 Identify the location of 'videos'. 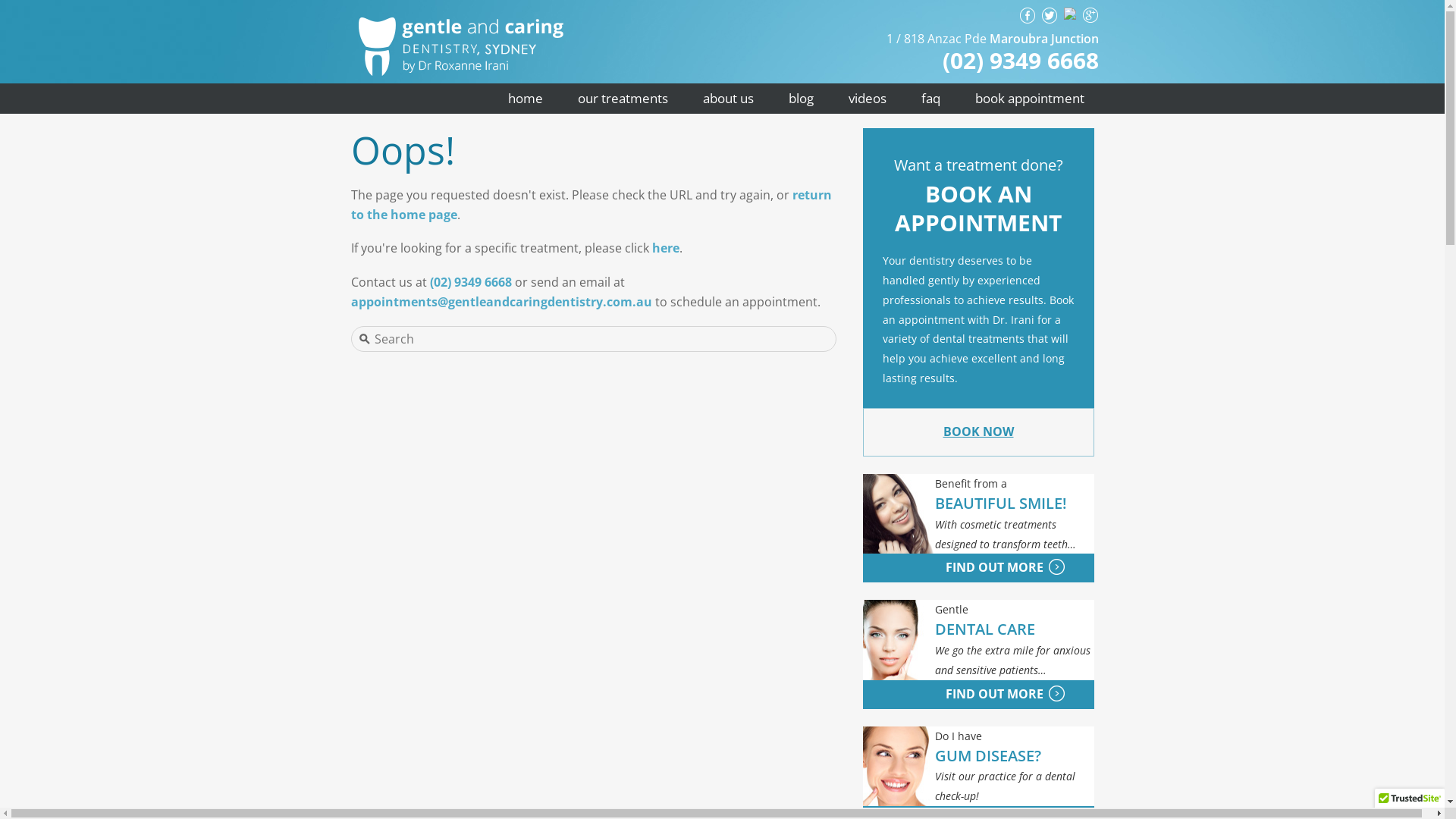
(867, 99).